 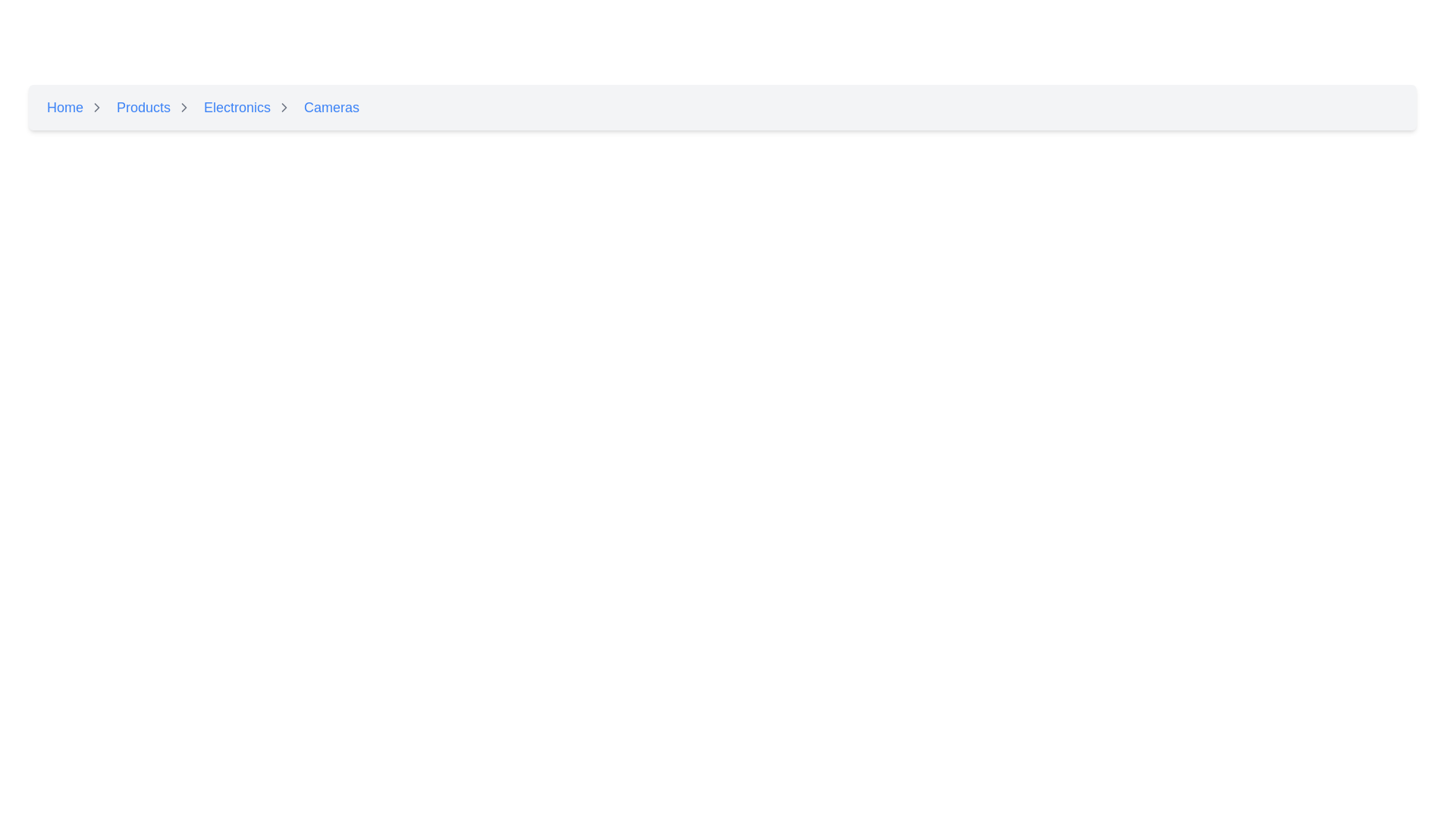 What do you see at coordinates (284, 107) in the screenshot?
I see `the visual delimiter icon in the breadcrumb navigation bar located between 'Electronics' and 'Cameras' links` at bounding box center [284, 107].